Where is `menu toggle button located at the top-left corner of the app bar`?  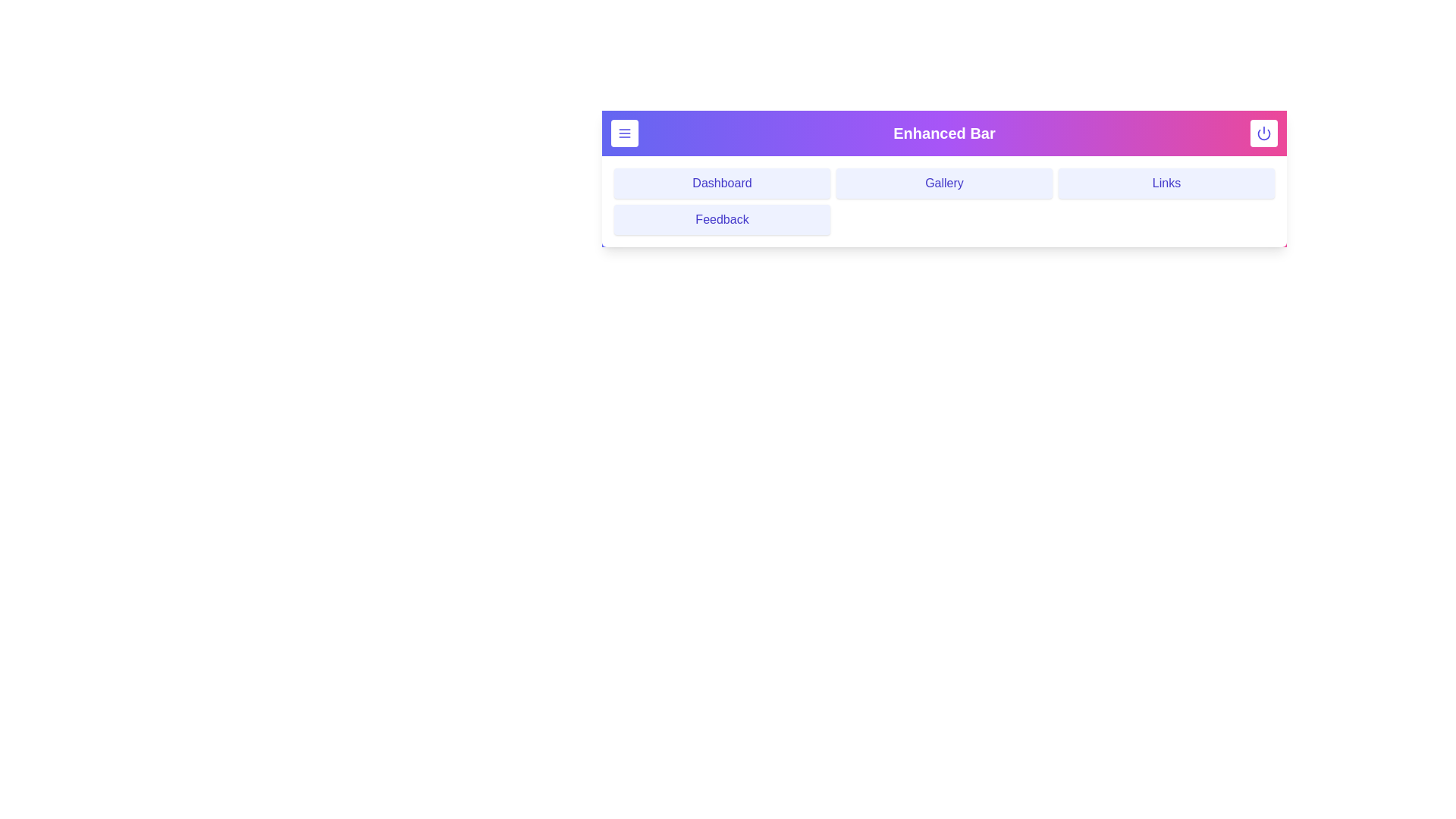
menu toggle button located at the top-left corner of the app bar is located at coordinates (625, 133).